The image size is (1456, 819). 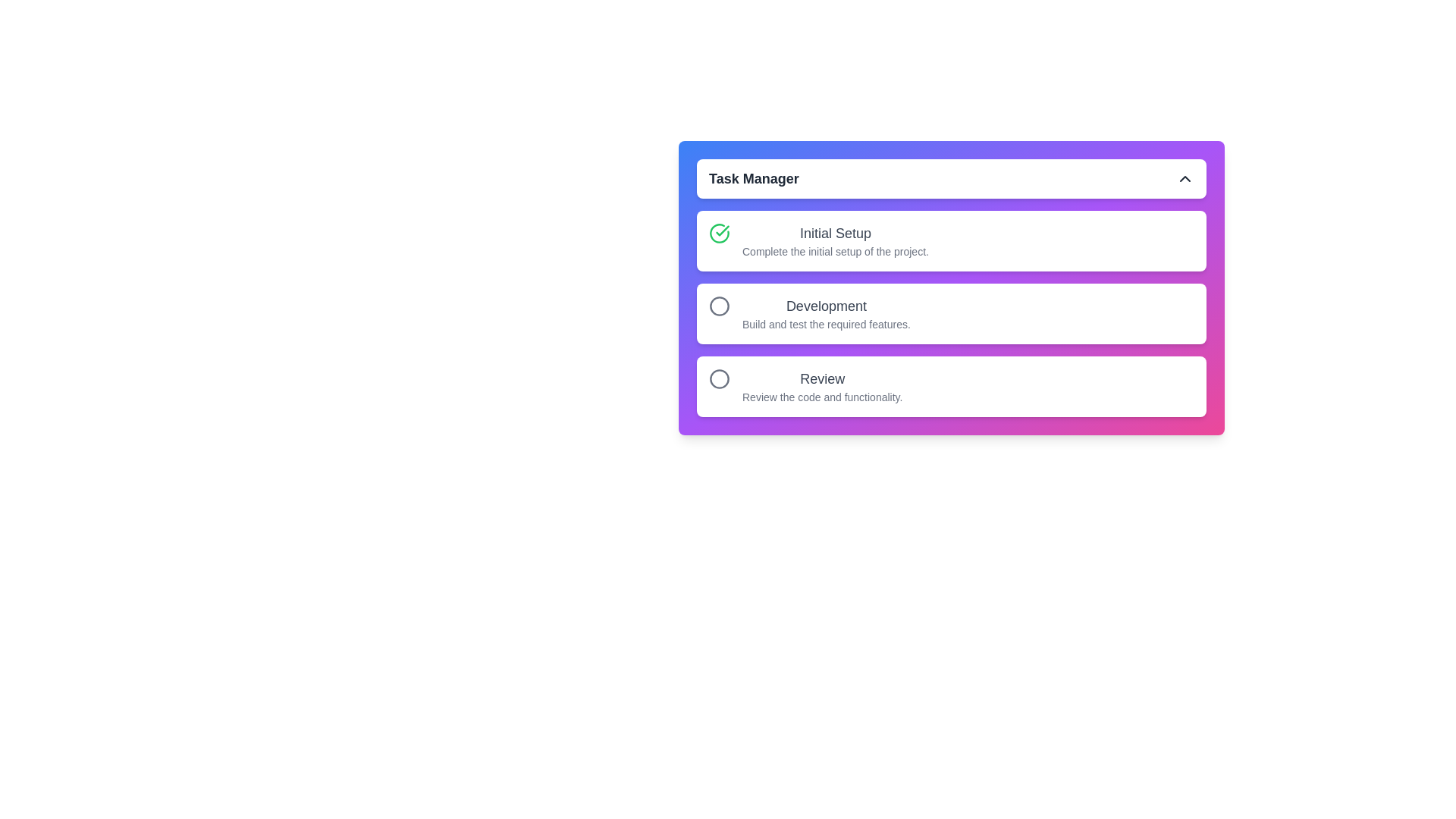 What do you see at coordinates (950, 312) in the screenshot?
I see `the task item corresponding to Development` at bounding box center [950, 312].